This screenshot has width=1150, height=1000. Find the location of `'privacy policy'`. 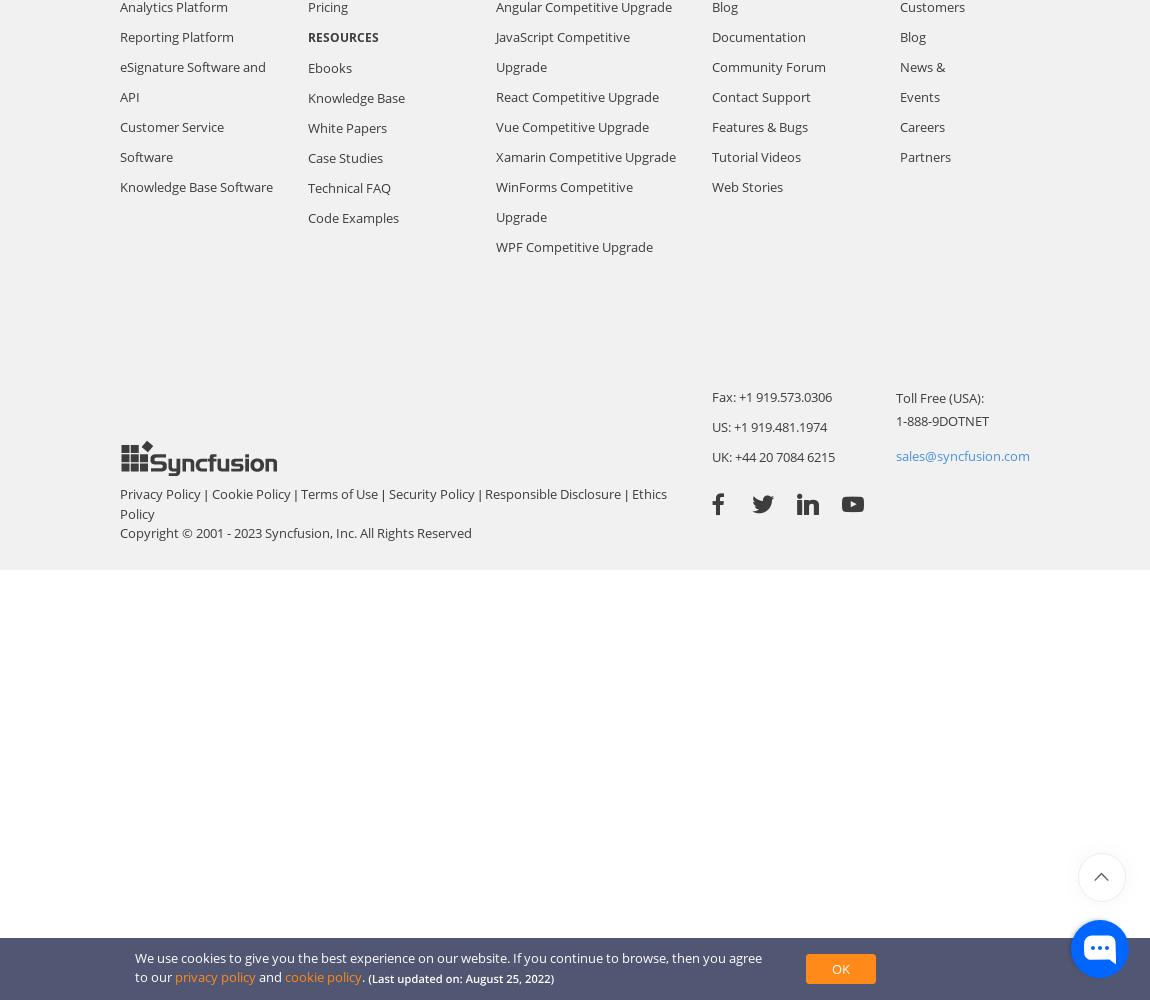

'privacy policy' is located at coordinates (174, 976).